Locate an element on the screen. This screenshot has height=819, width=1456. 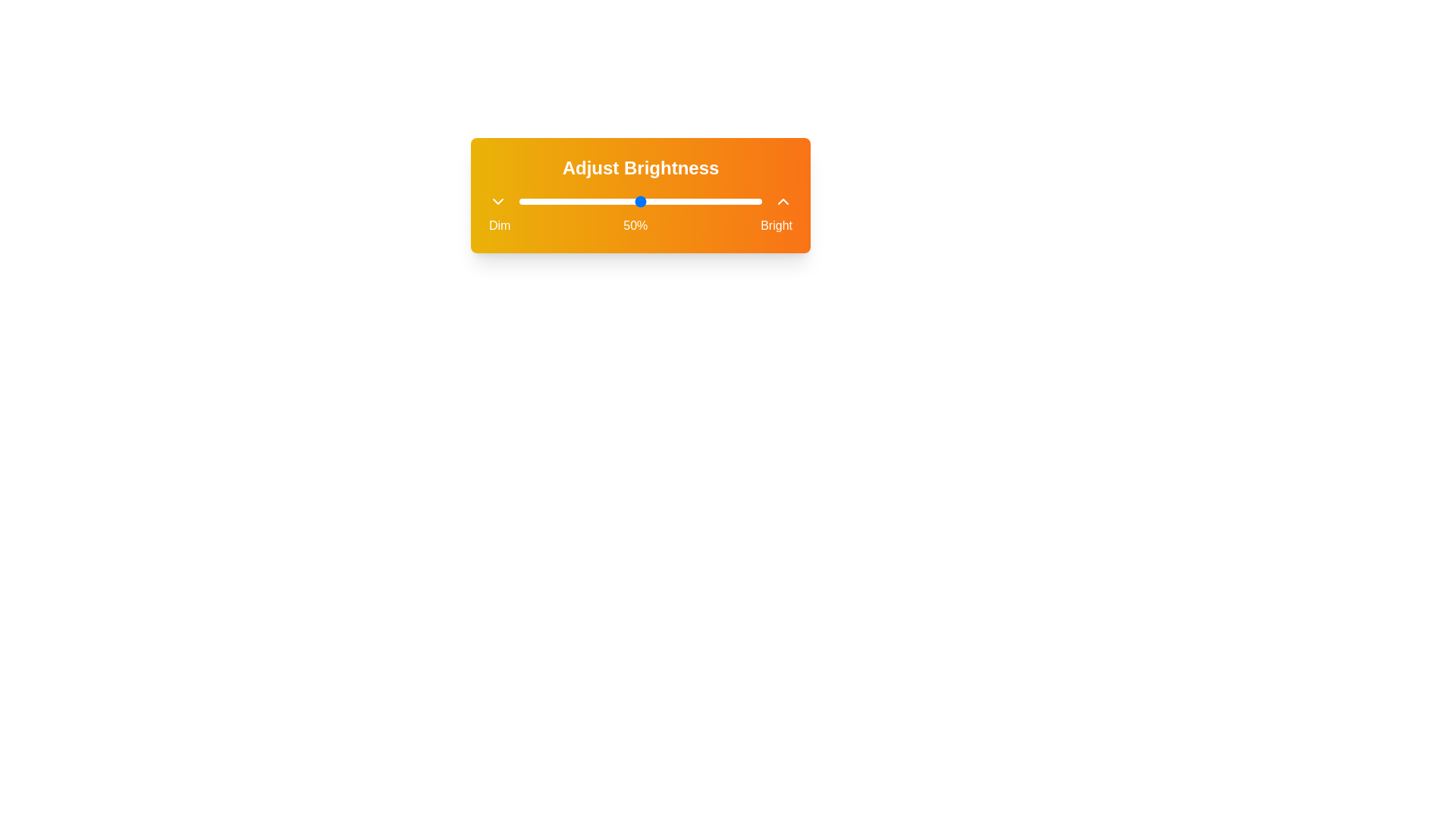
brightness level is located at coordinates (724, 201).